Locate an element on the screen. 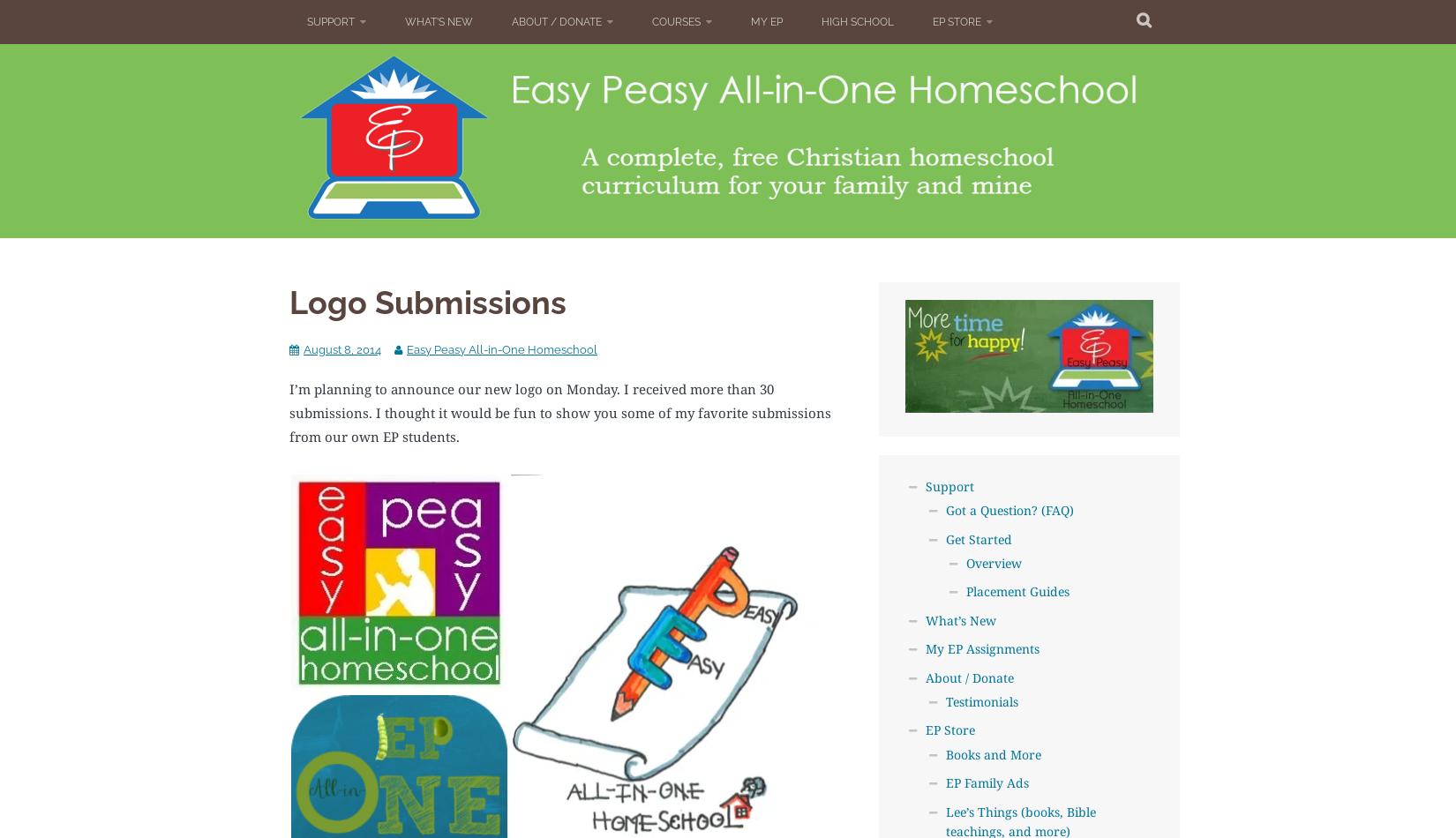 The image size is (1456, 838). 'Overview' is located at coordinates (993, 563).